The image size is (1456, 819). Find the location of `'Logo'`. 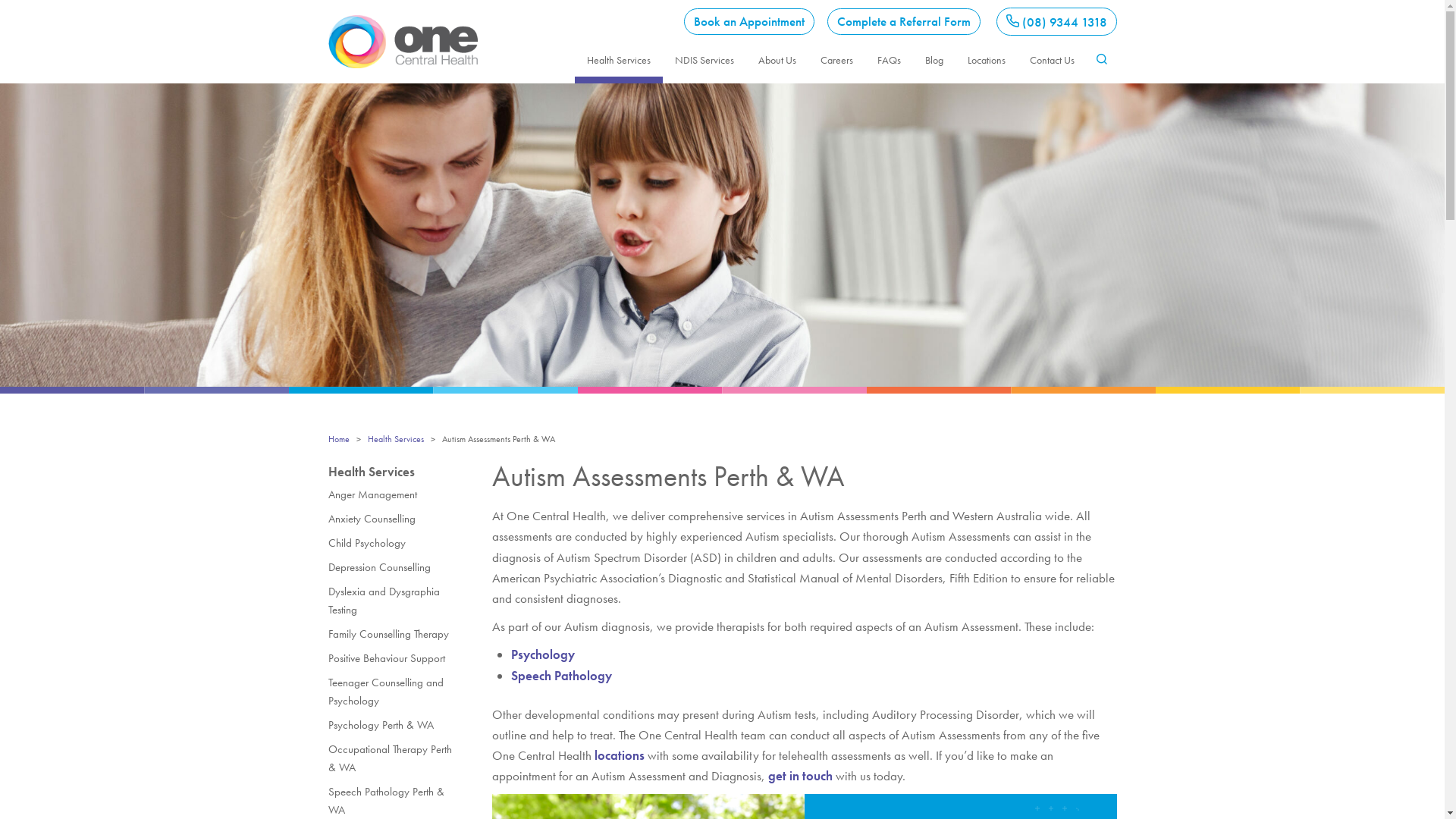

'Logo' is located at coordinates (327, 40).